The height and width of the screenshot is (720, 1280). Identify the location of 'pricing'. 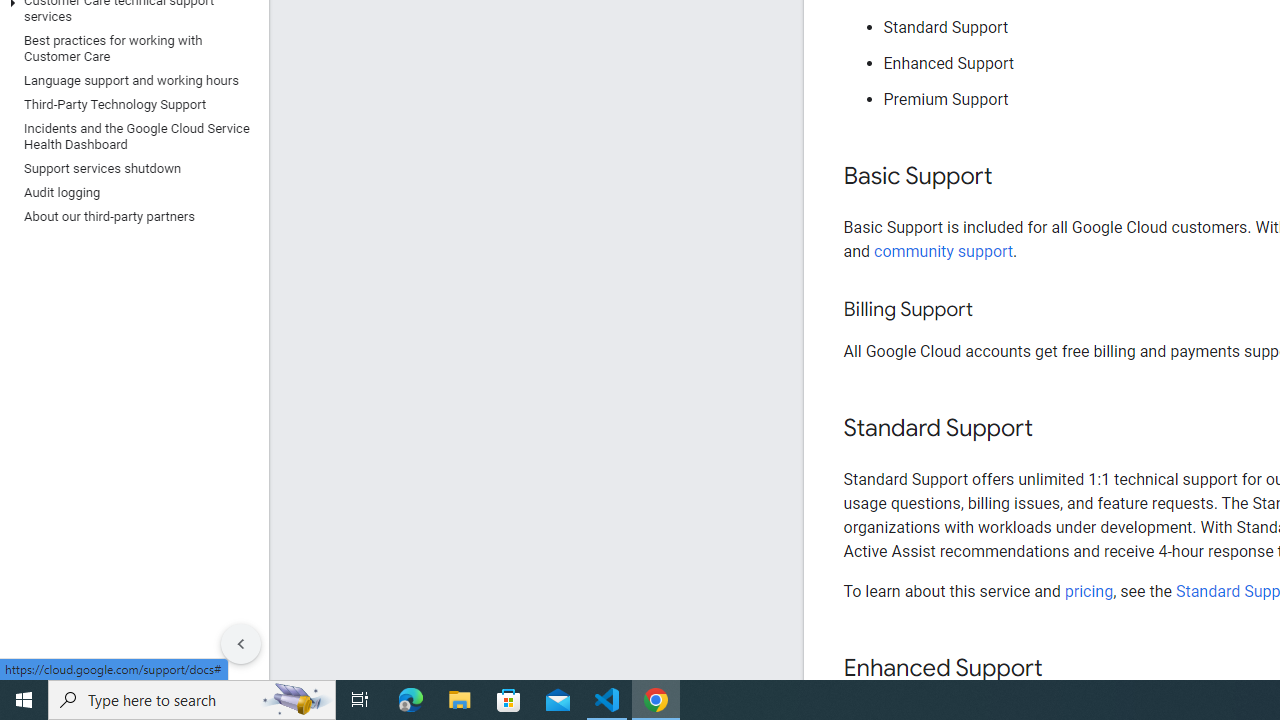
(1087, 590).